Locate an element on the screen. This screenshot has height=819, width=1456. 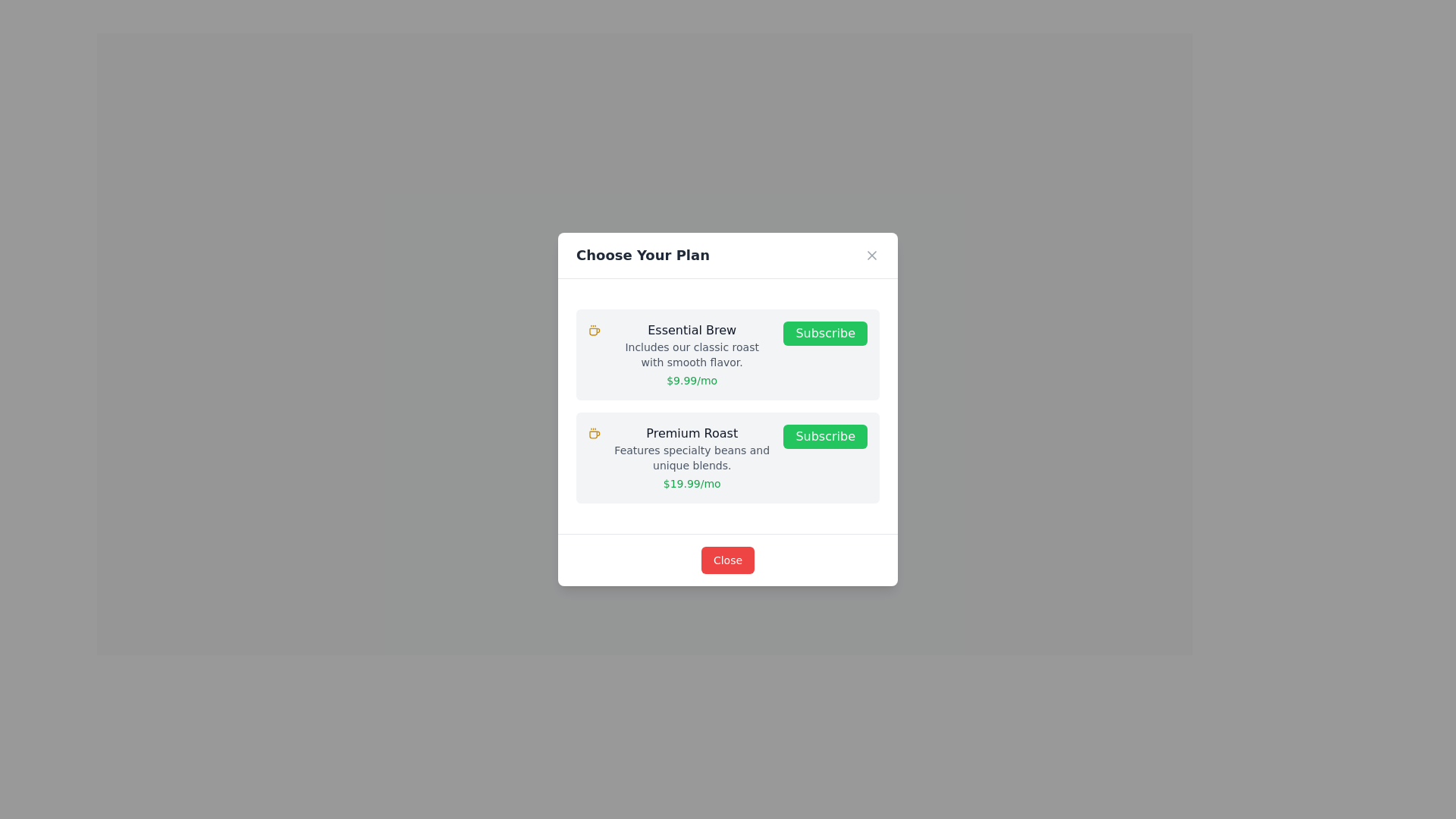
the decorative icon representing the Premium Roast subscription plan, located centrally on the left side of the text content within the subscription card is located at coordinates (594, 433).